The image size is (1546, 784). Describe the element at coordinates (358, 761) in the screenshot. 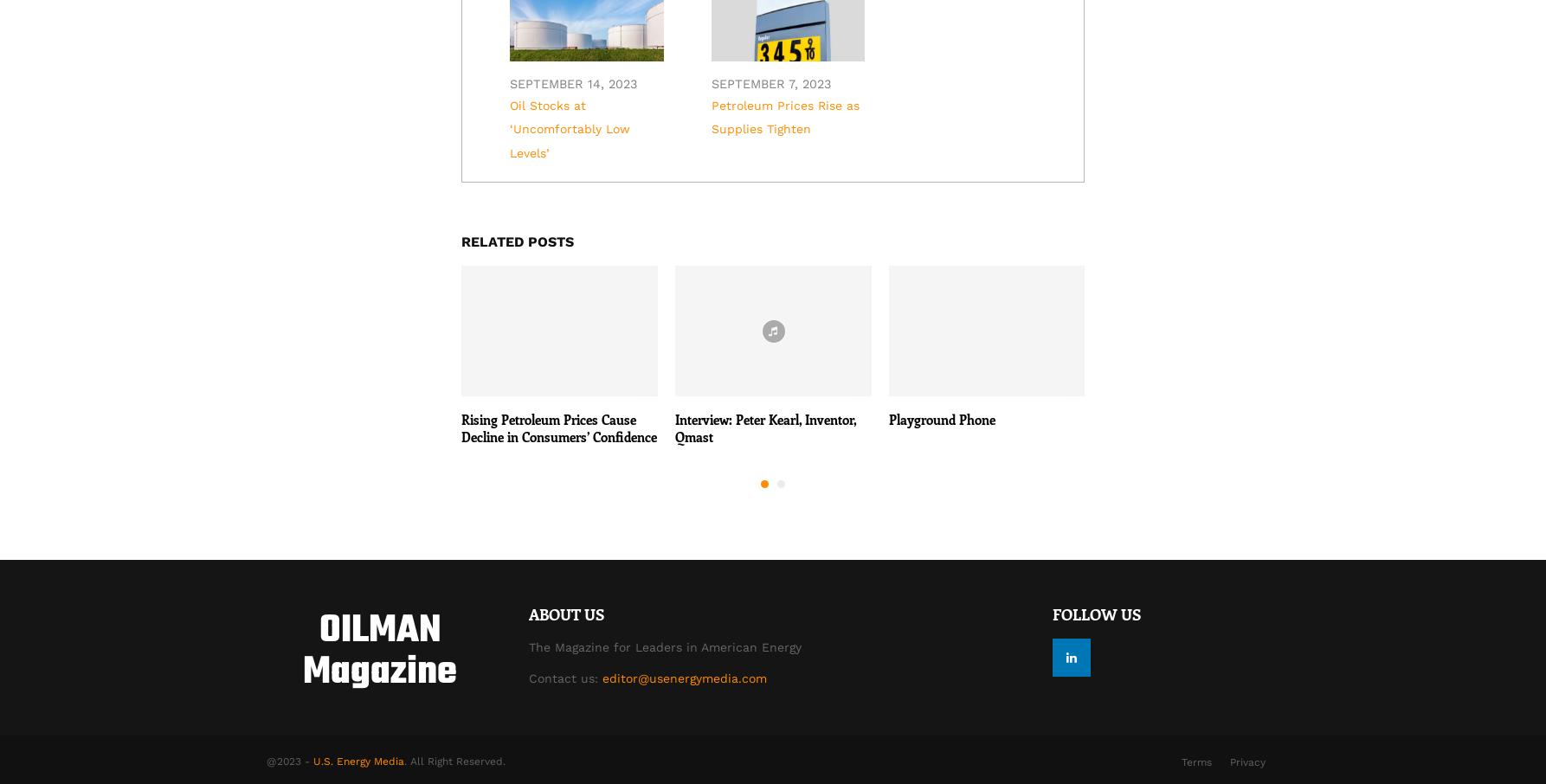

I see `'U.S. Energy Media'` at that location.